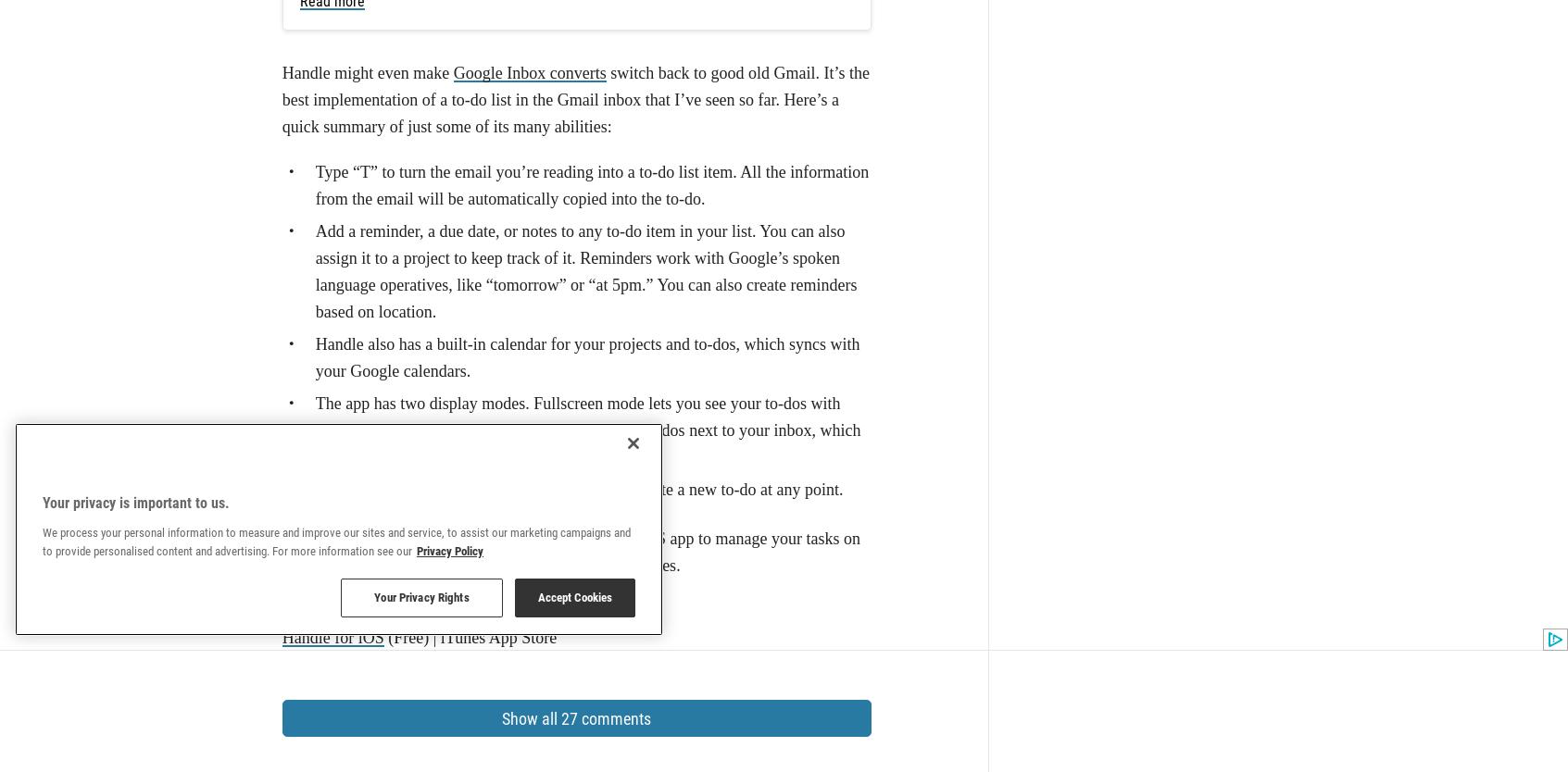 This screenshot has width=1568, height=772. Describe the element at coordinates (281, 193) in the screenshot. I see `'Handle'` at that location.